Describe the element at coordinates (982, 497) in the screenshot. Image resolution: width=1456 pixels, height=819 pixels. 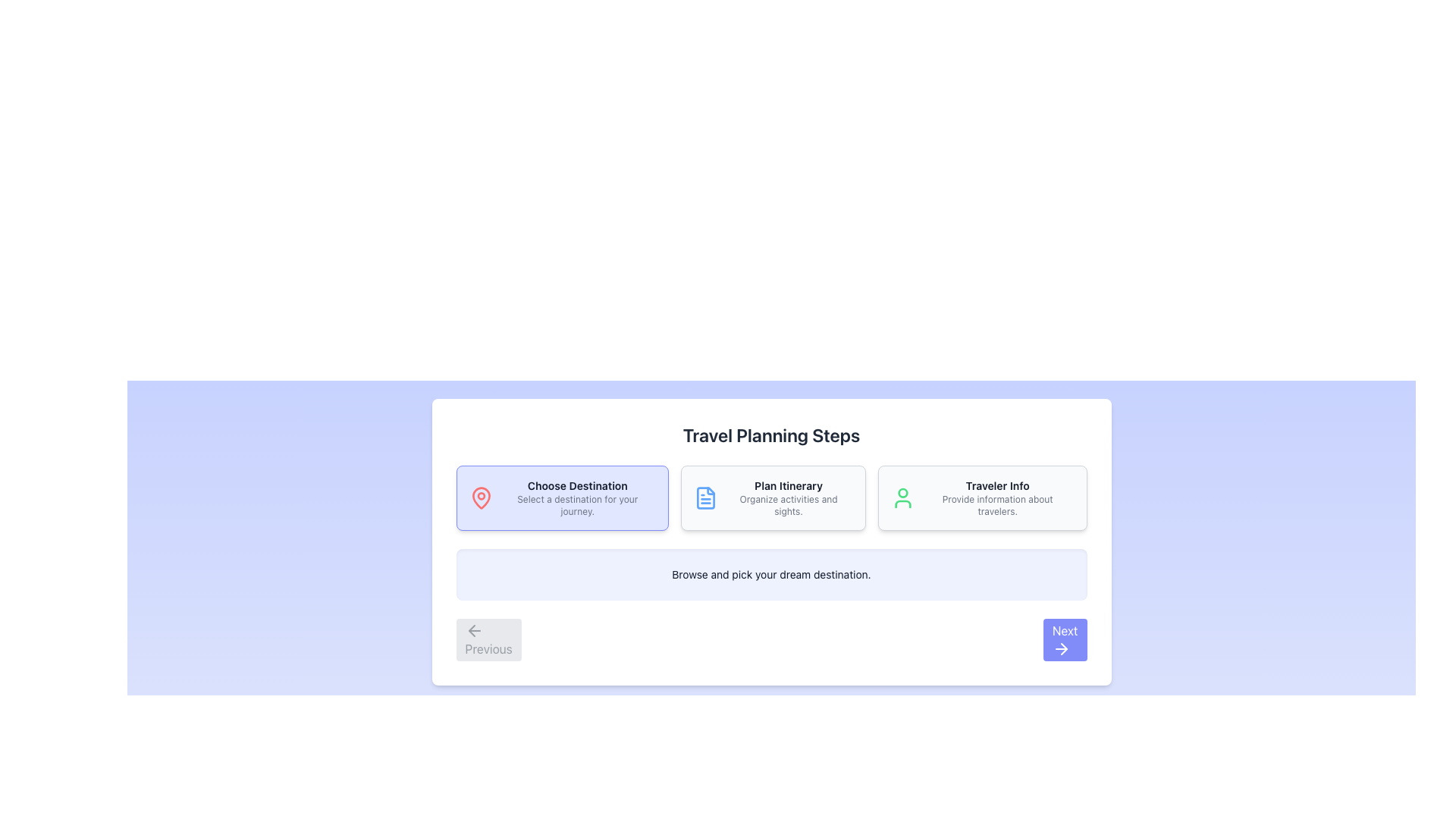
I see `the 'Traveler Info' button, which is the rightmost button under 'Travel Planning Steps', featuring a user silhouette icon and the text 'Provide information about travelers.'` at that location.